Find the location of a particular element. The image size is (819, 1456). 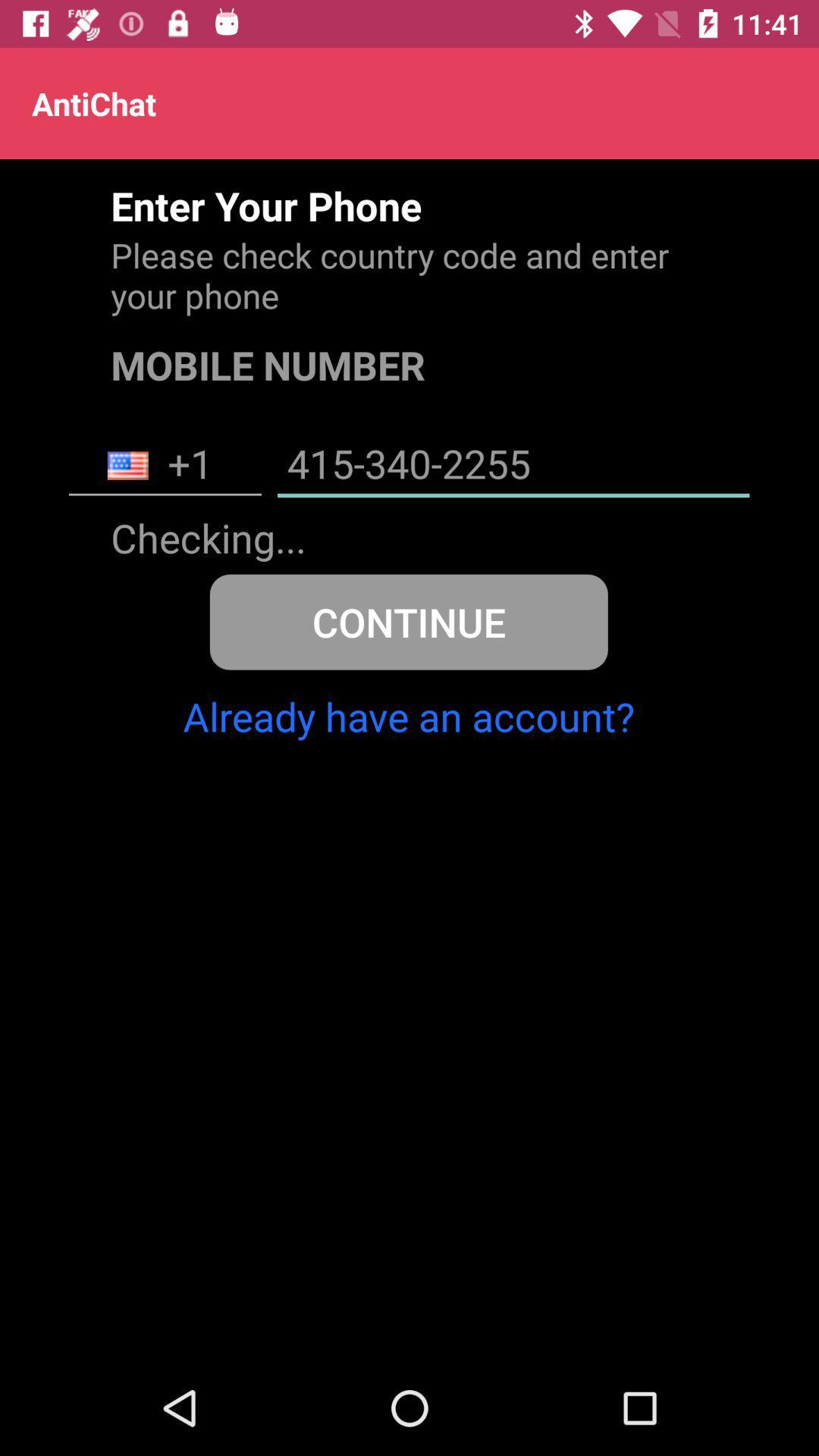

icon below mobile number item is located at coordinates (513, 465).